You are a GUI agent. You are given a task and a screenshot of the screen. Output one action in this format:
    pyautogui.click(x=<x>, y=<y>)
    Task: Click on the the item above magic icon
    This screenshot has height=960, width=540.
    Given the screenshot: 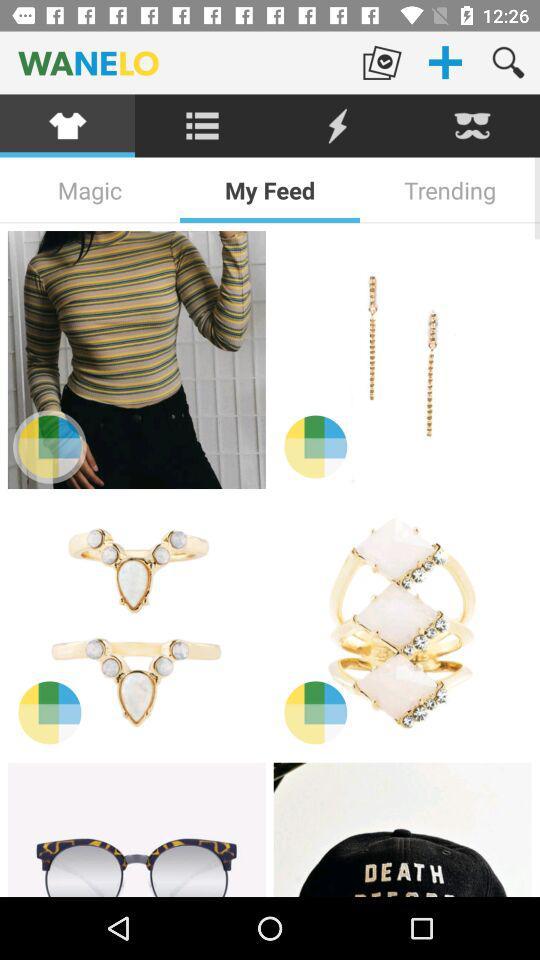 What is the action you would take?
    pyautogui.click(x=202, y=125)
    